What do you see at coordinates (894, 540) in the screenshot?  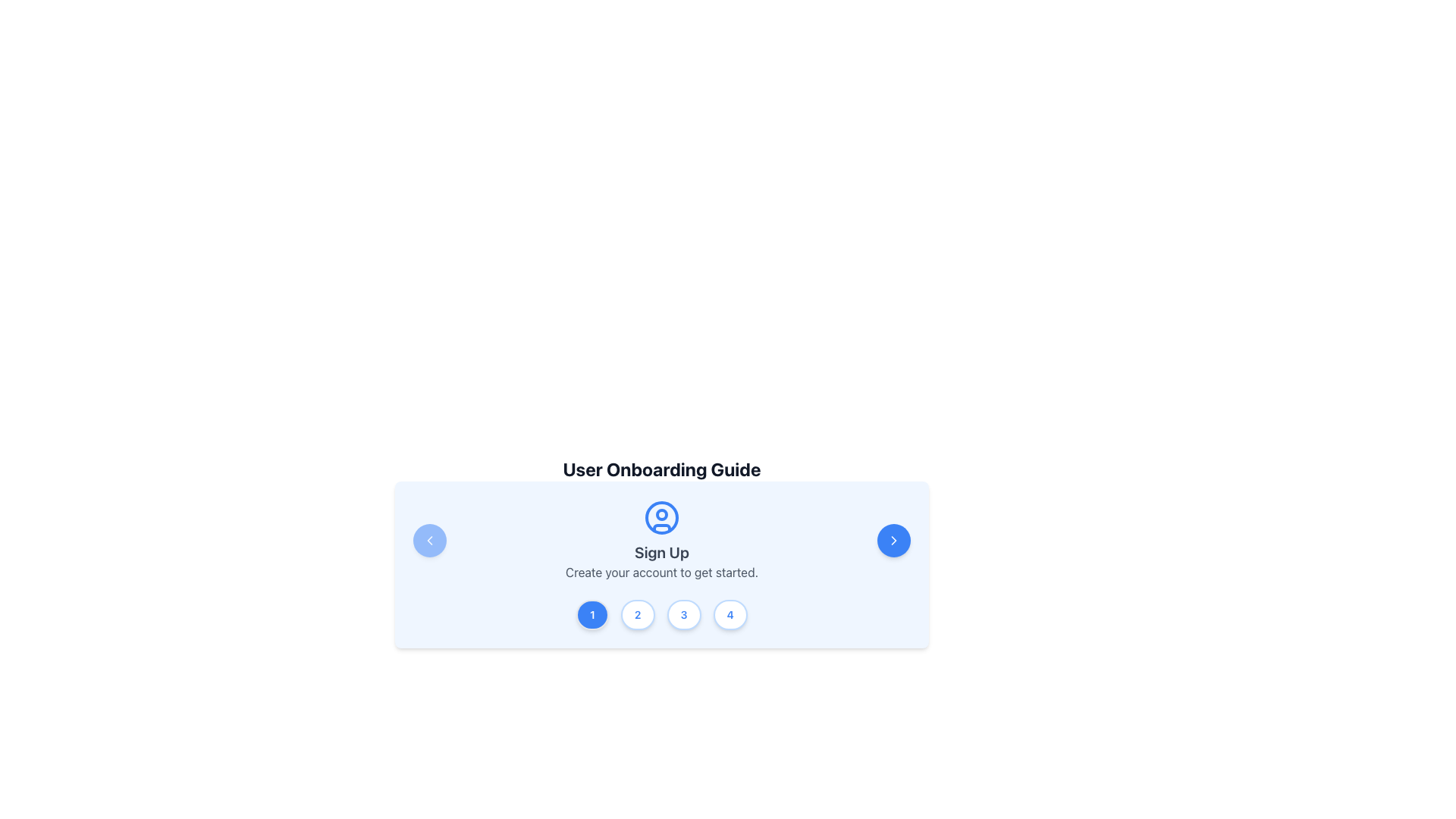 I see `the chevron icon located at the rightmost edge of a circular button in the bottom-right corner of the user onboarding card interface` at bounding box center [894, 540].